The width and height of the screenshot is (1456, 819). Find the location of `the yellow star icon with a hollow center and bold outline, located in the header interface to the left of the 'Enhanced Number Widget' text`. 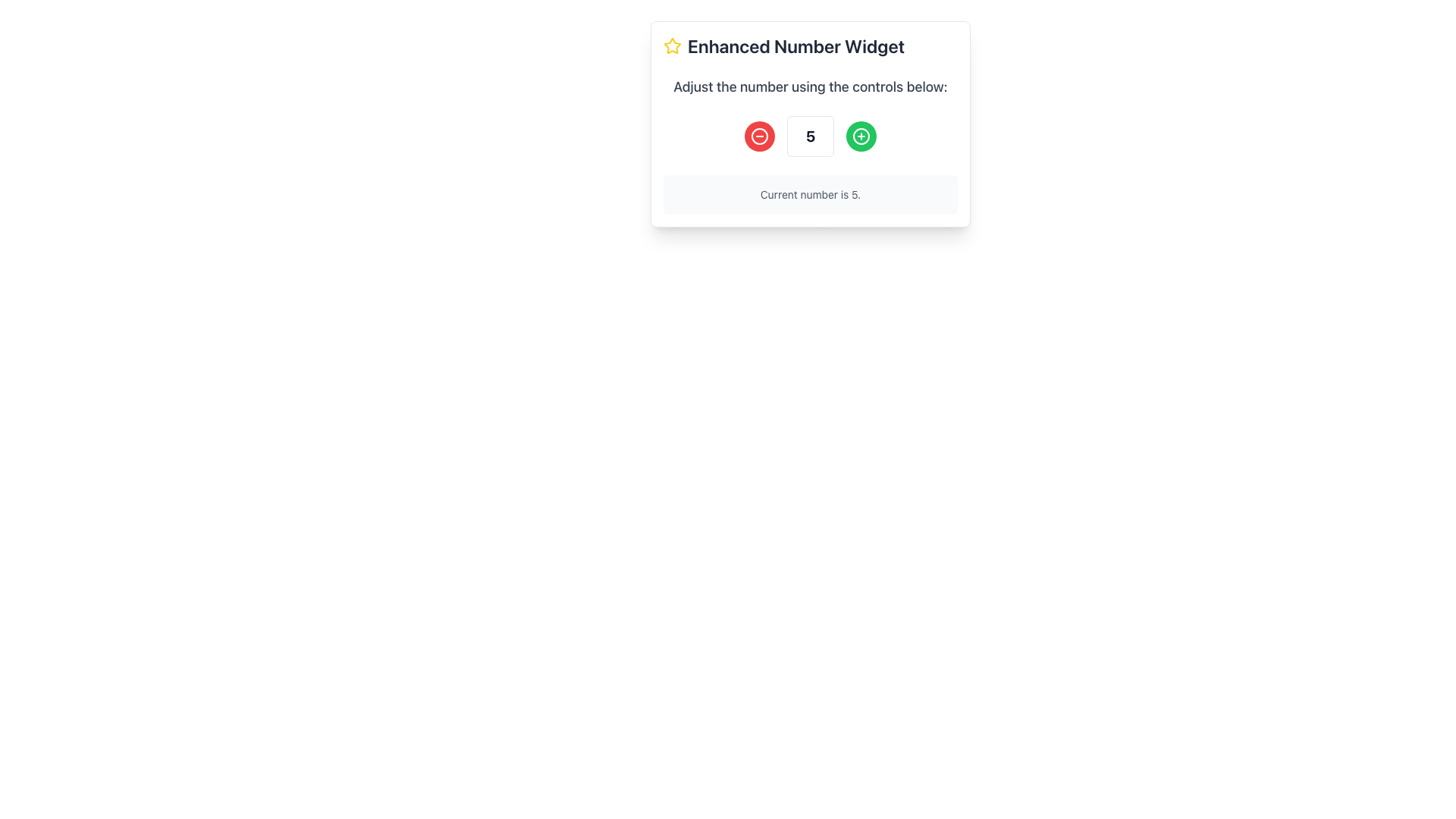

the yellow star icon with a hollow center and bold outline, located in the header interface to the left of the 'Enhanced Number Widget' text is located at coordinates (672, 45).